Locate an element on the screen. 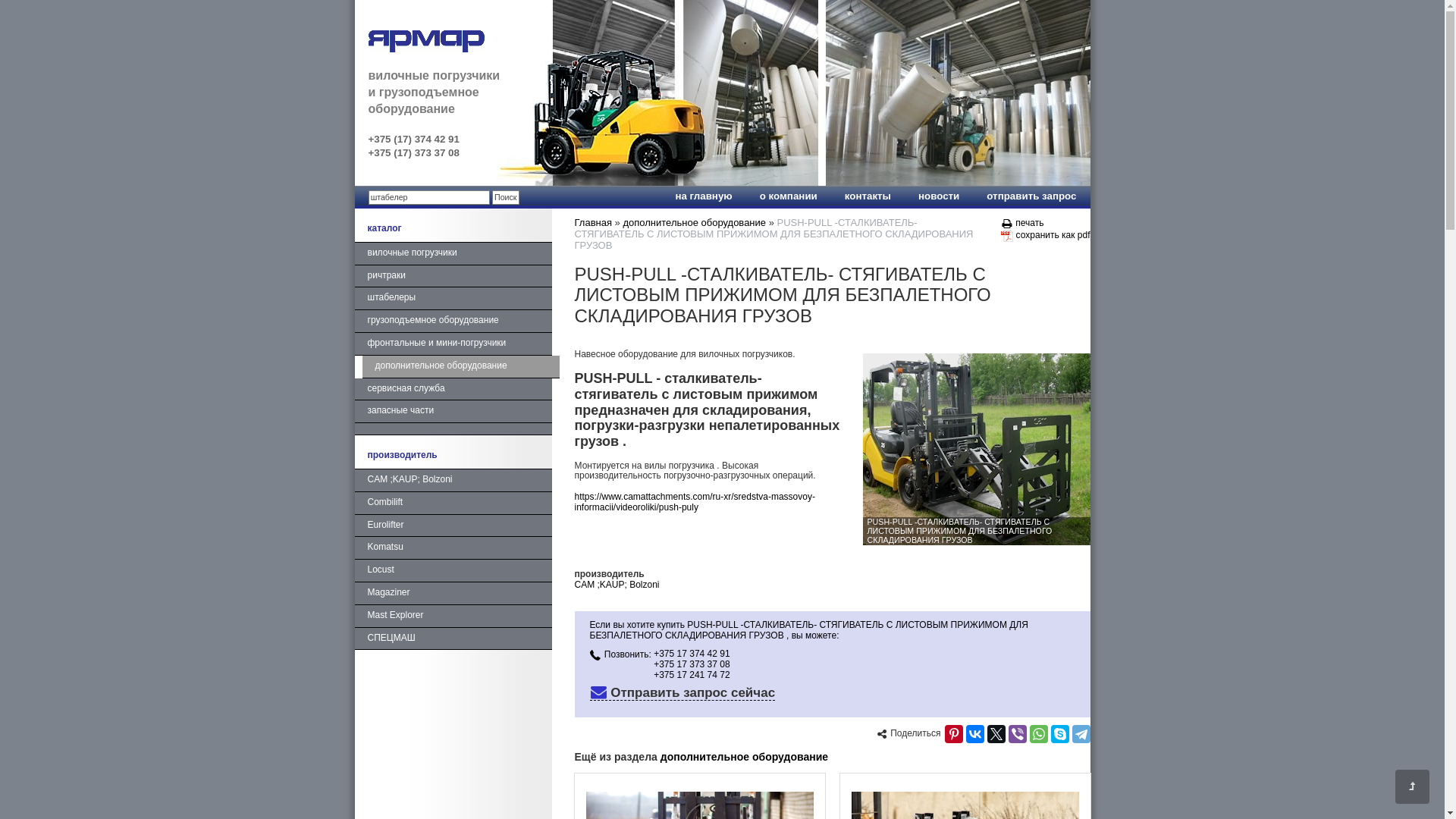  '+375 17 241 74 72' is located at coordinates (691, 674).